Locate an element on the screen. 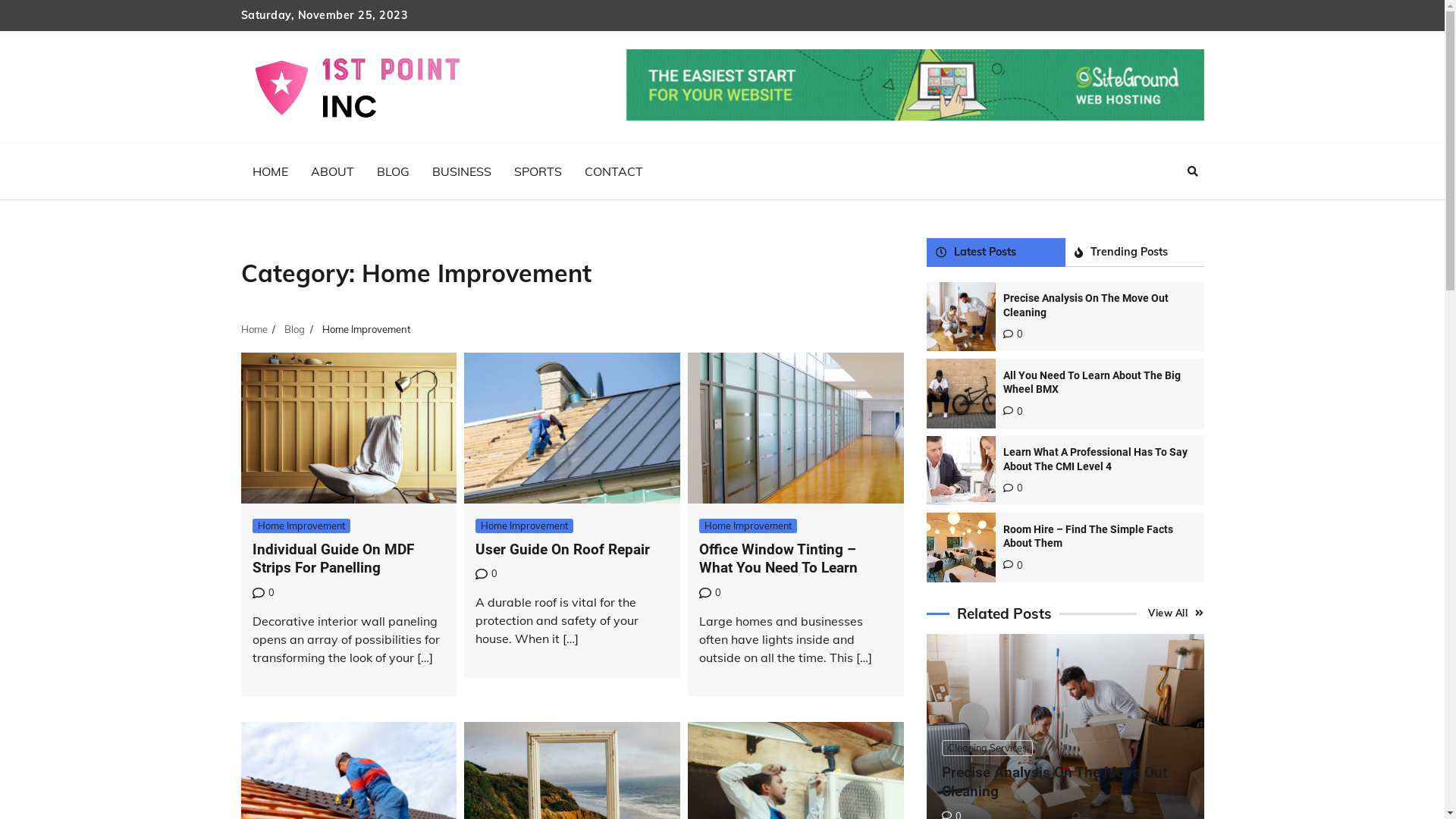 This screenshot has height=819, width=1456. 'Trending Posts' is located at coordinates (1134, 251).